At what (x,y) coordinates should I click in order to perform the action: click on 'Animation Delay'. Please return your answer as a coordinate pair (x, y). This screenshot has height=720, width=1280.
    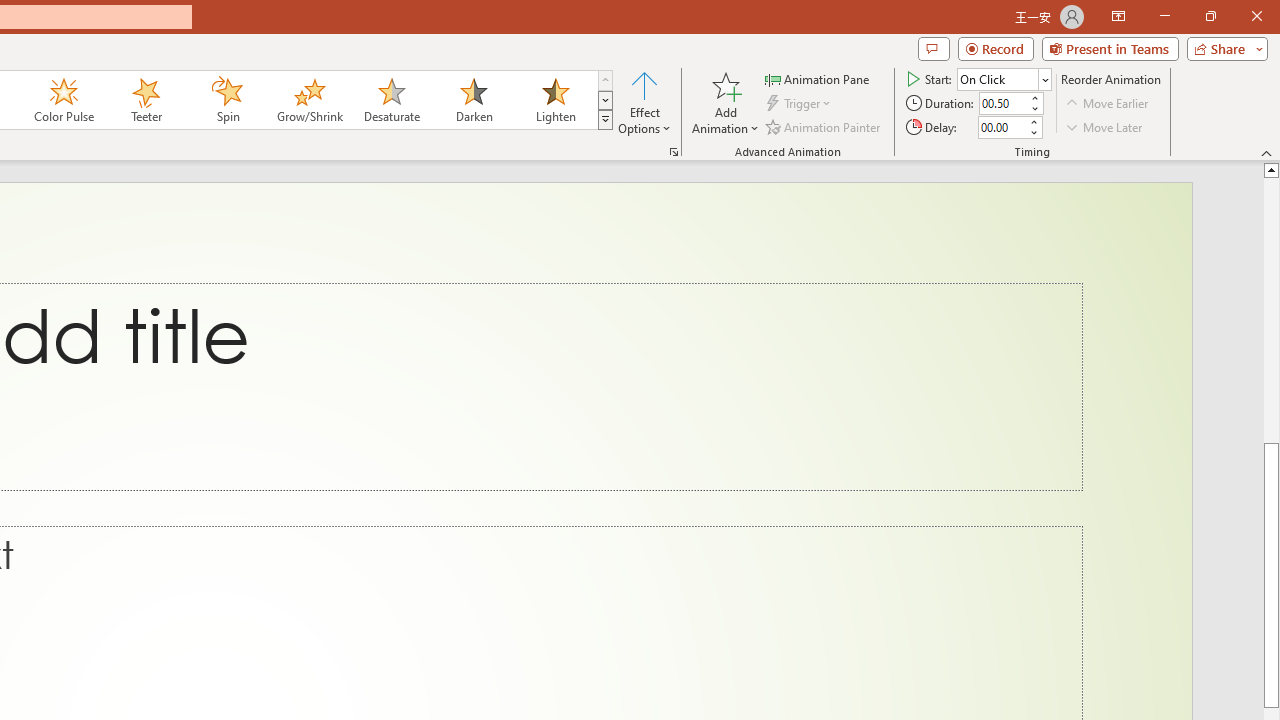
    Looking at the image, I should click on (1002, 127).